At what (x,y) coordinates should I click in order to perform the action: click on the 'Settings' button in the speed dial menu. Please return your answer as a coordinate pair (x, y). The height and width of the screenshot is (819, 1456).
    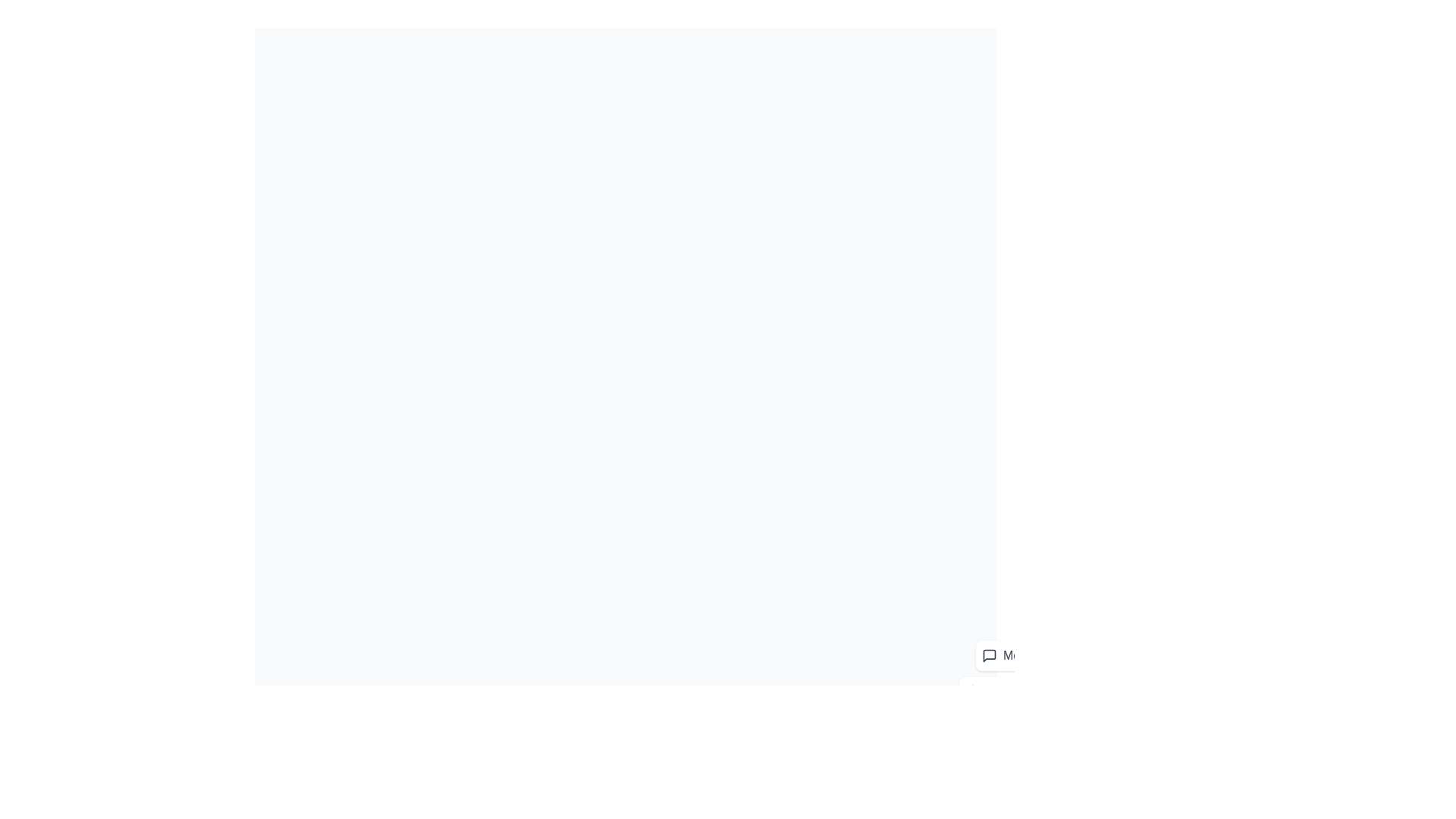
    Looking at the image, I should click on (1019, 727).